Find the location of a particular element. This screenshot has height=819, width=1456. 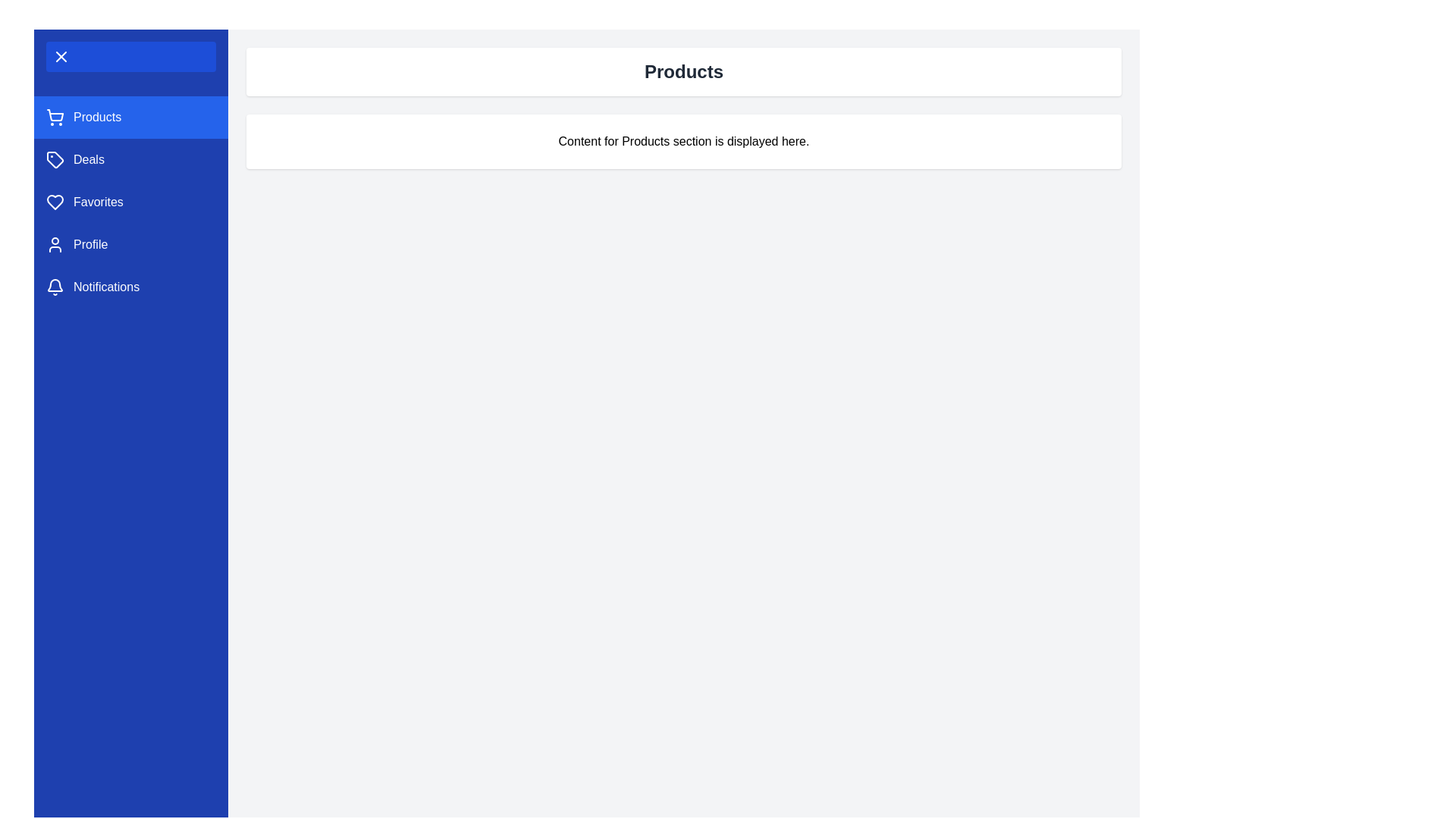

the 'Profile' icon in the navigation column, which is located between the 'Favorites' and 'Notifications' icons is located at coordinates (55, 244).